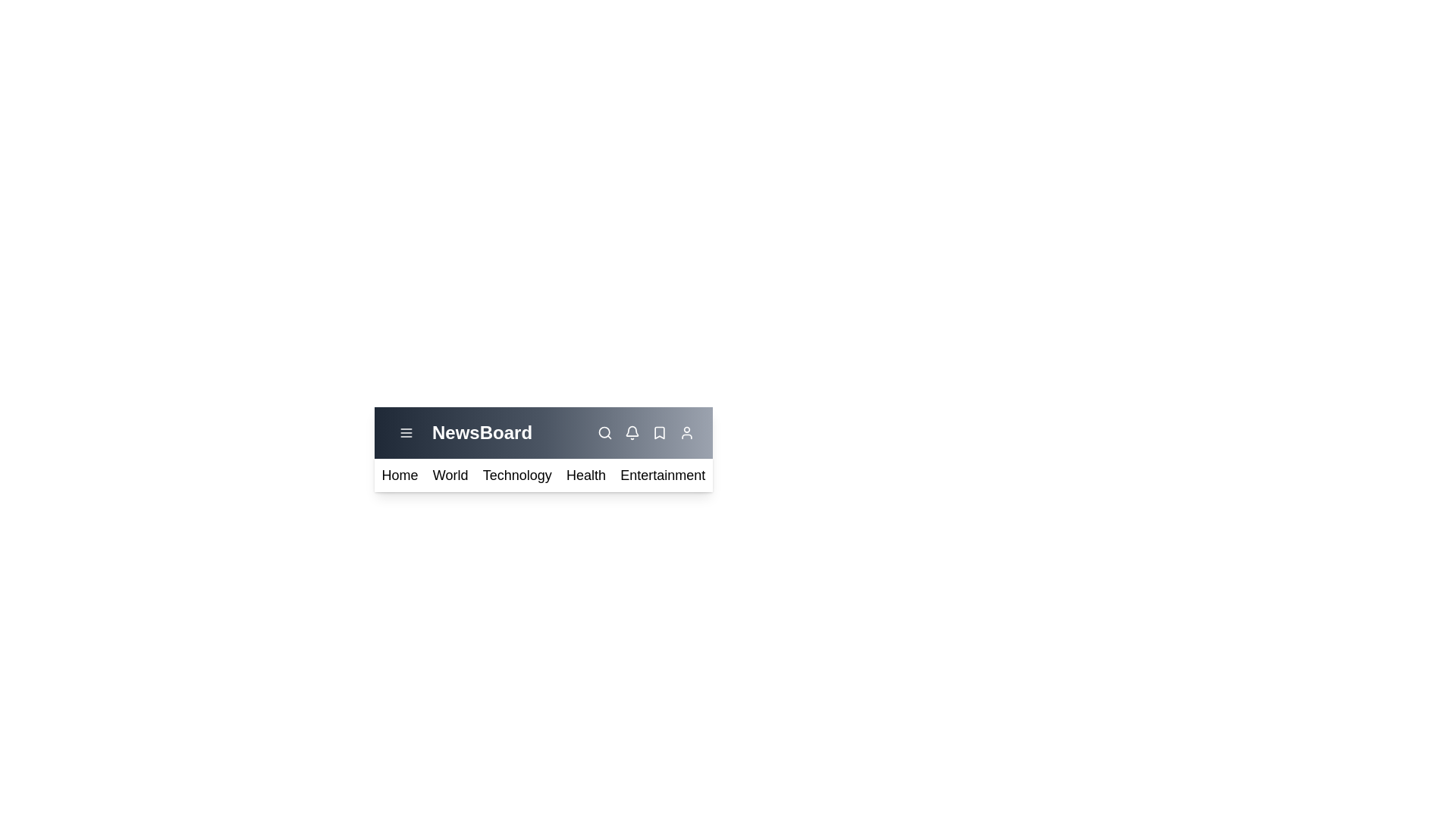  Describe the element at coordinates (662, 475) in the screenshot. I see `the category Entertainment from the menu` at that location.